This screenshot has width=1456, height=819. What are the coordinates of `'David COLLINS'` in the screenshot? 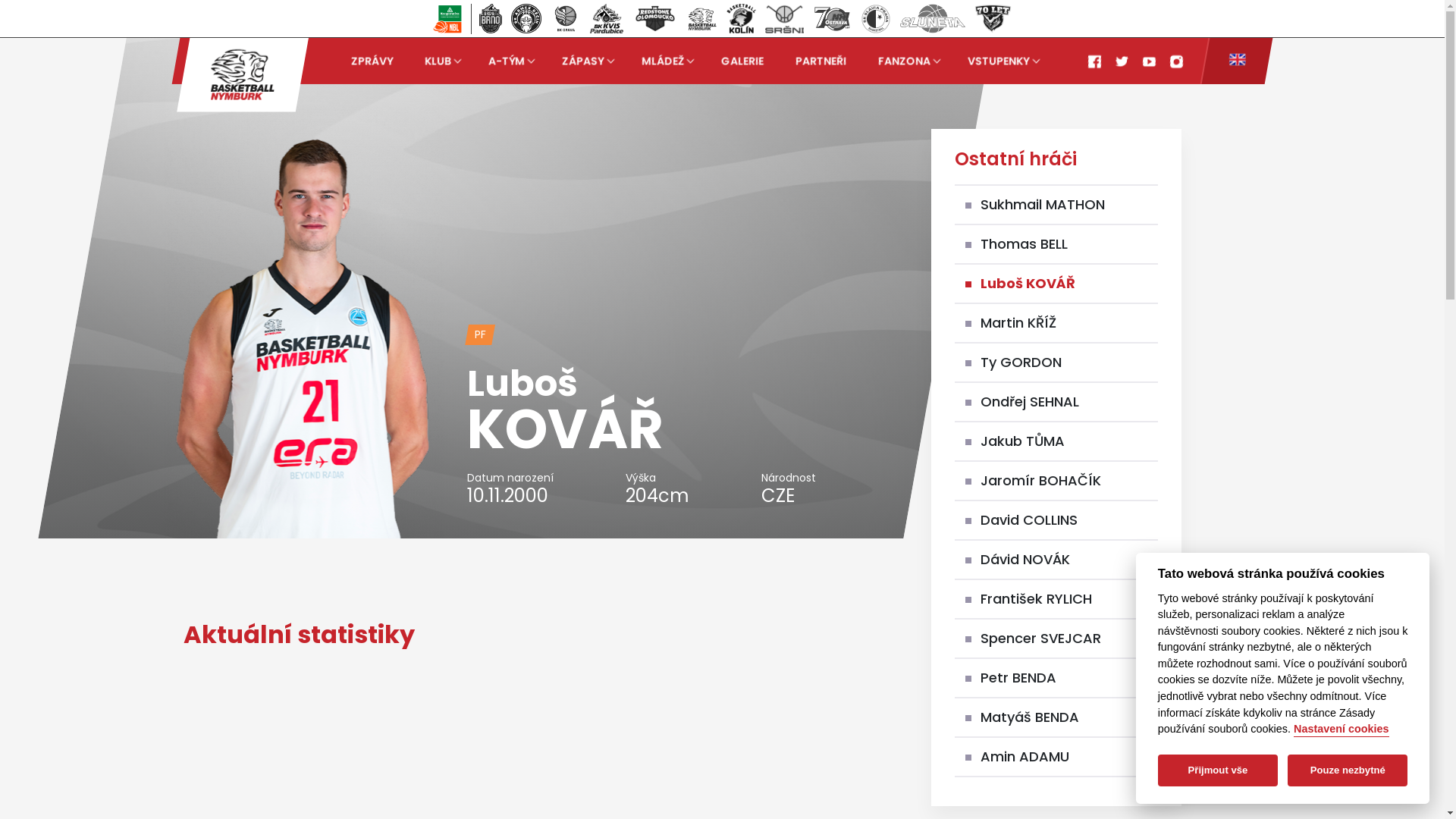 It's located at (1029, 519).